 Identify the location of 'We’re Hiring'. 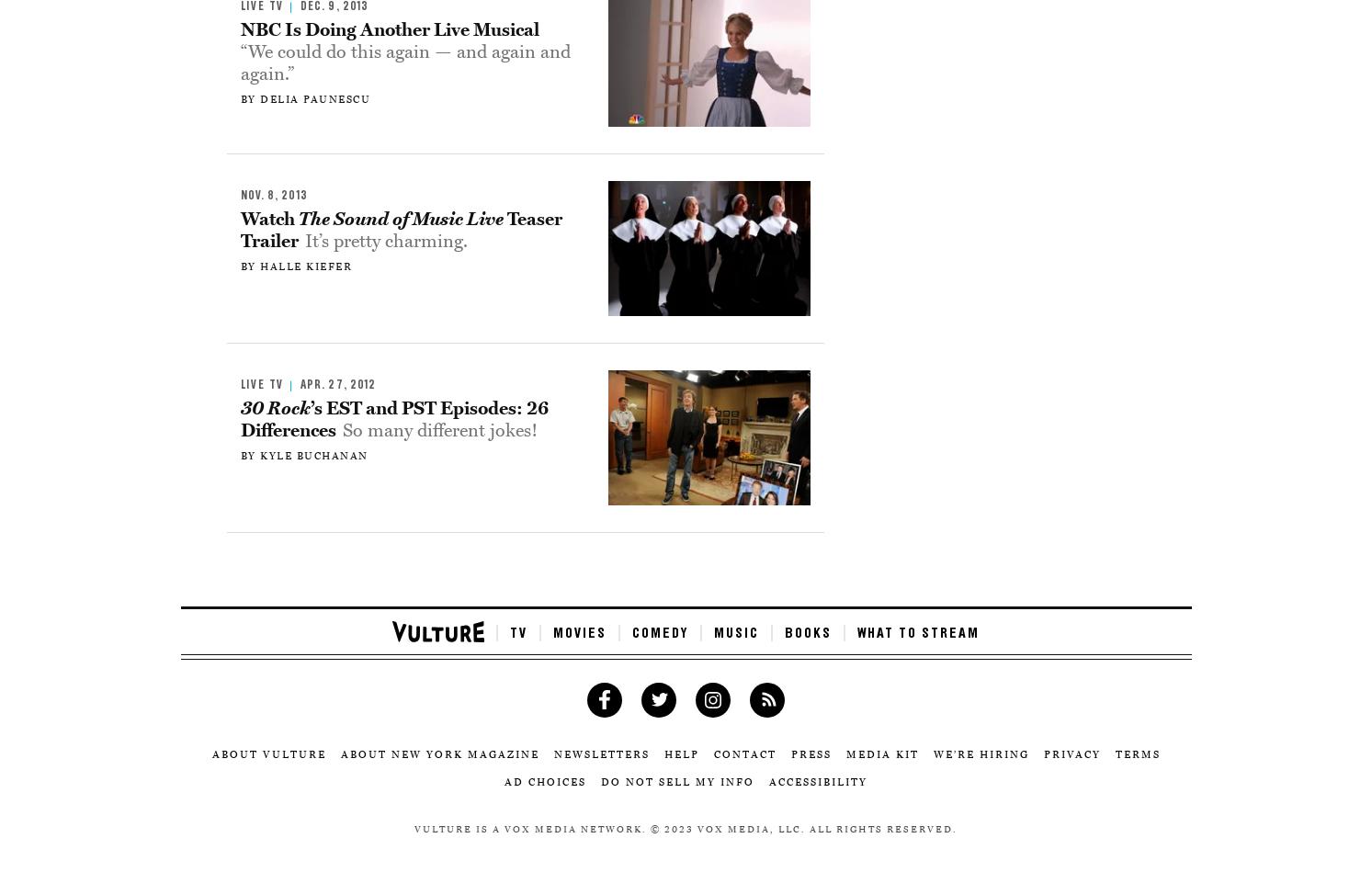
(980, 753).